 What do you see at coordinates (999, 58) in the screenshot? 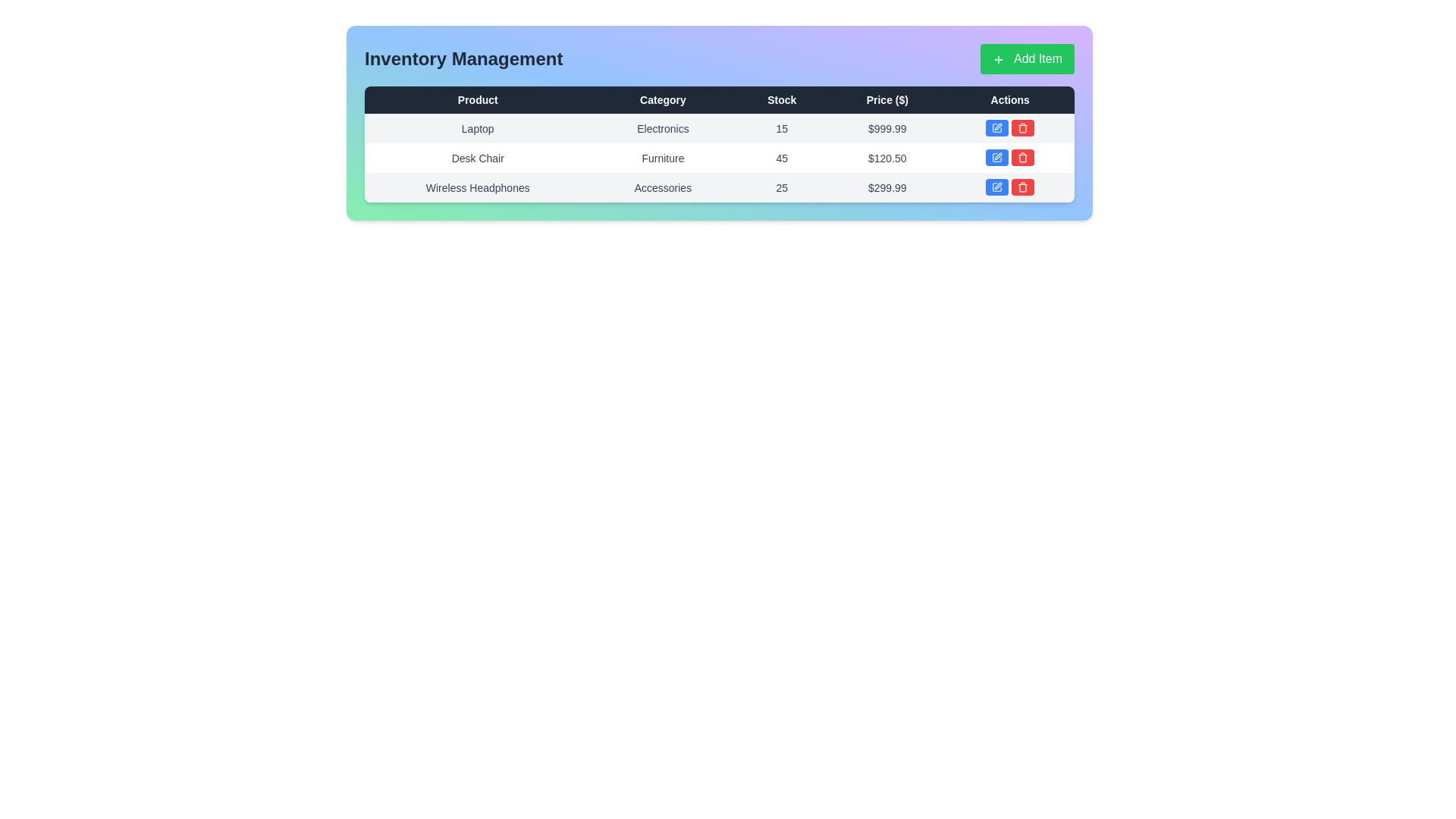
I see `the plus sign icon located inside the 'Add Item' button at the top-right corner of the application interface` at bounding box center [999, 58].